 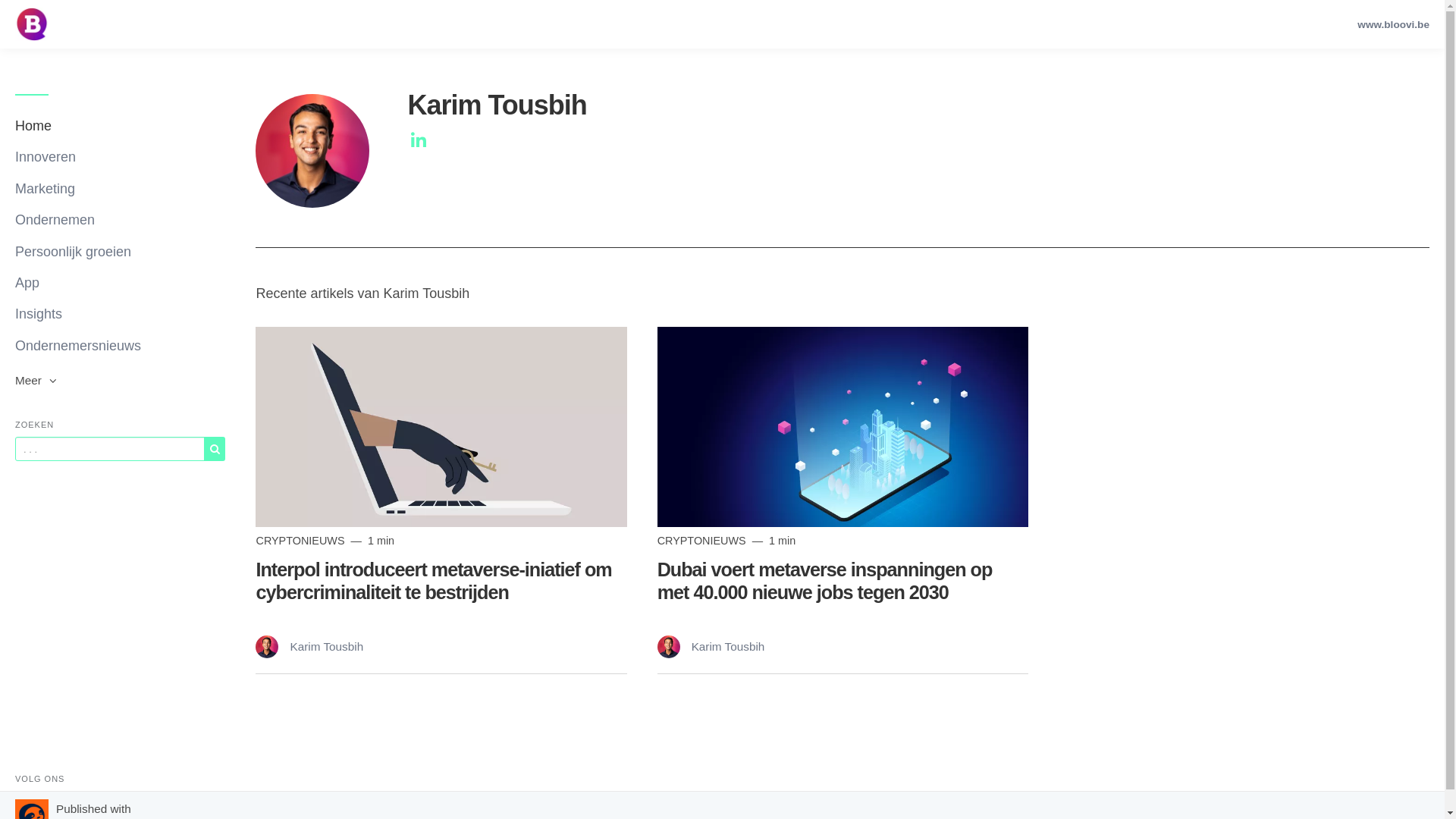 I want to click on 'Insights', so click(x=14, y=313).